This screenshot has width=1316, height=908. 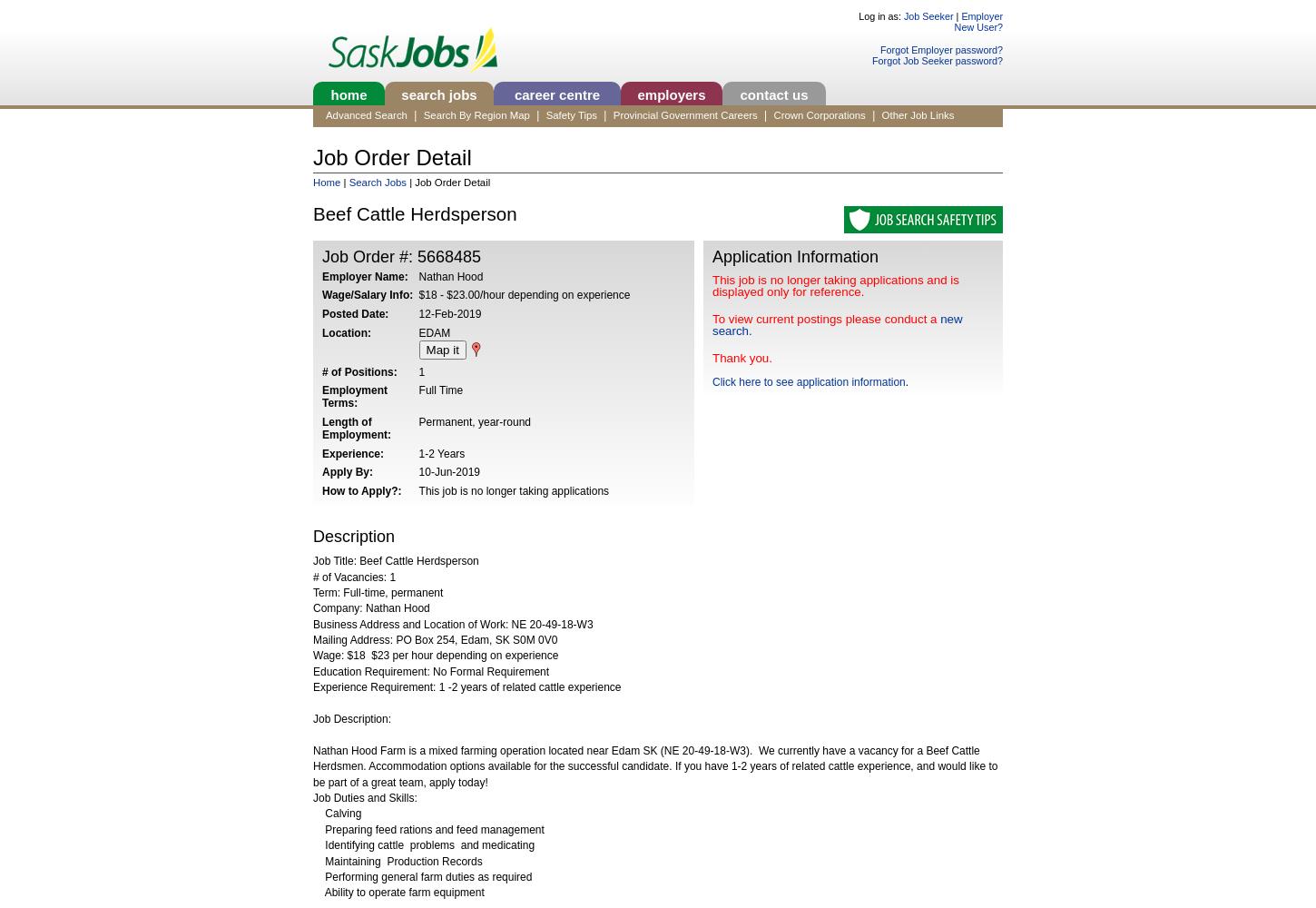 I want to click on 'Search By Region Map', so click(x=476, y=115).